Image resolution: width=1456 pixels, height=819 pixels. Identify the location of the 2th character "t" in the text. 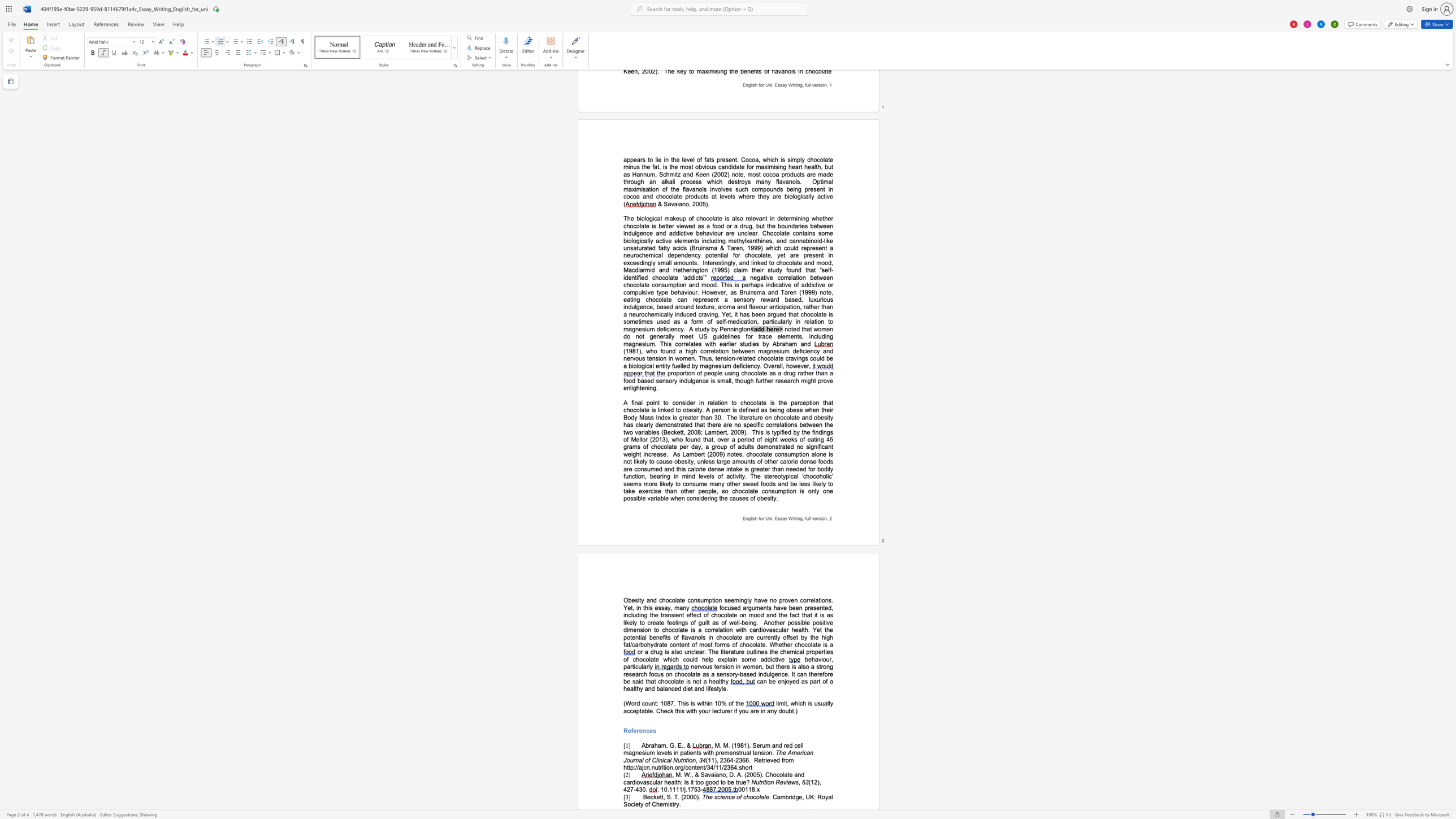
(662, 796).